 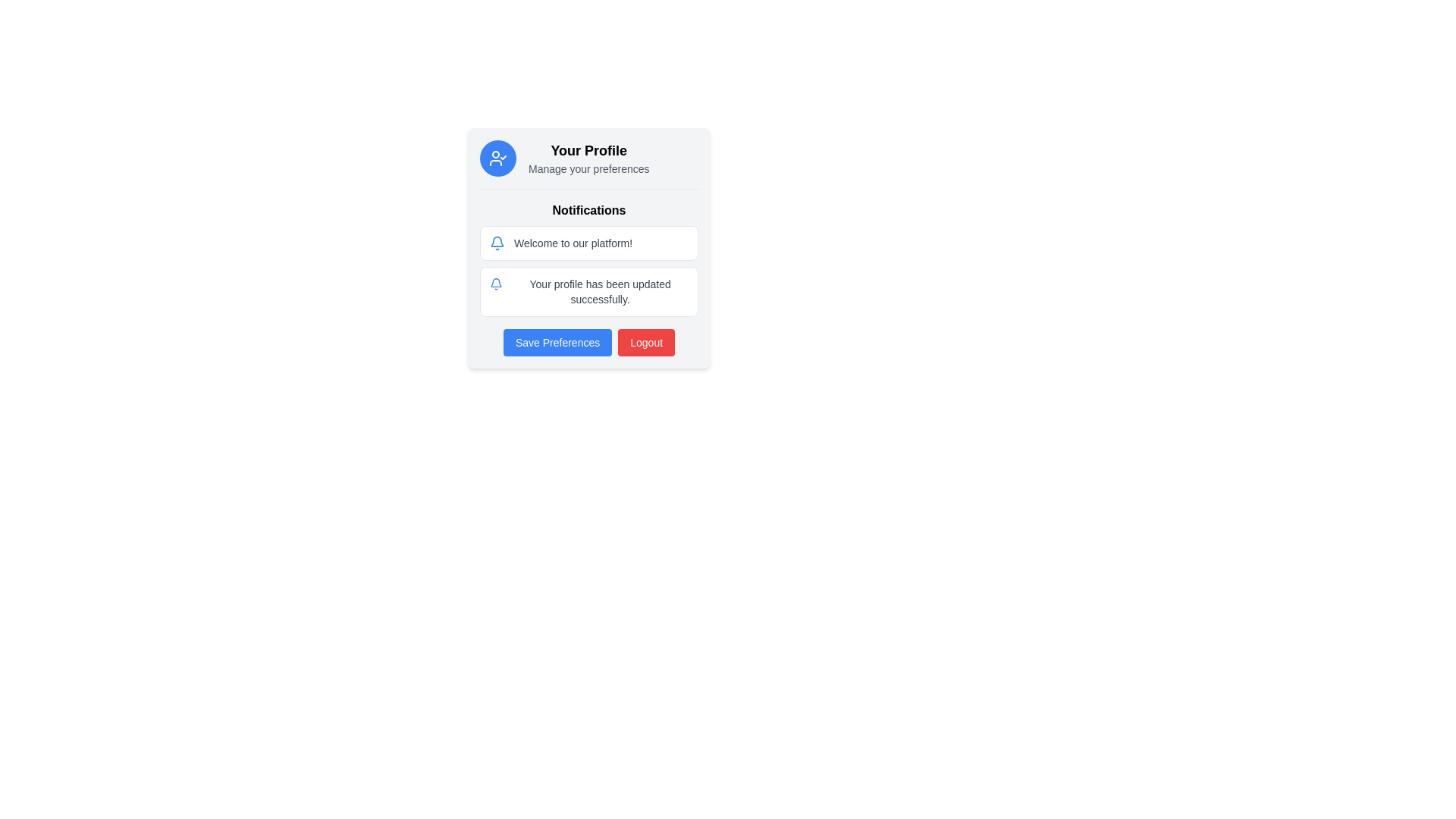 I want to click on the Header section containing a blue circular icon with a user profile symbol and the text 'Your Profile' in bold, located at the top of a card-like panel, so click(x=588, y=165).